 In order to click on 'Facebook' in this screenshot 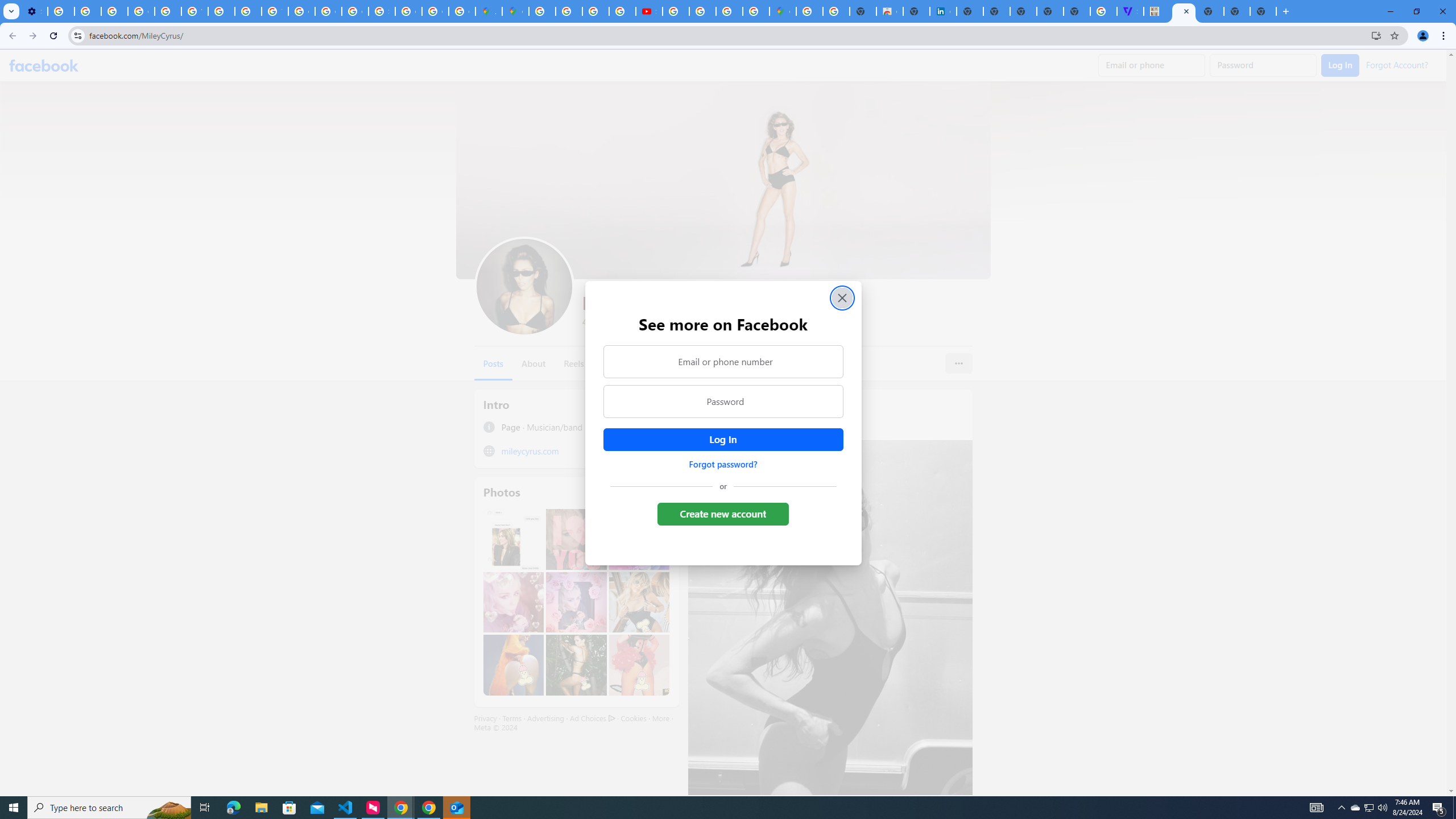, I will do `click(44, 65)`.